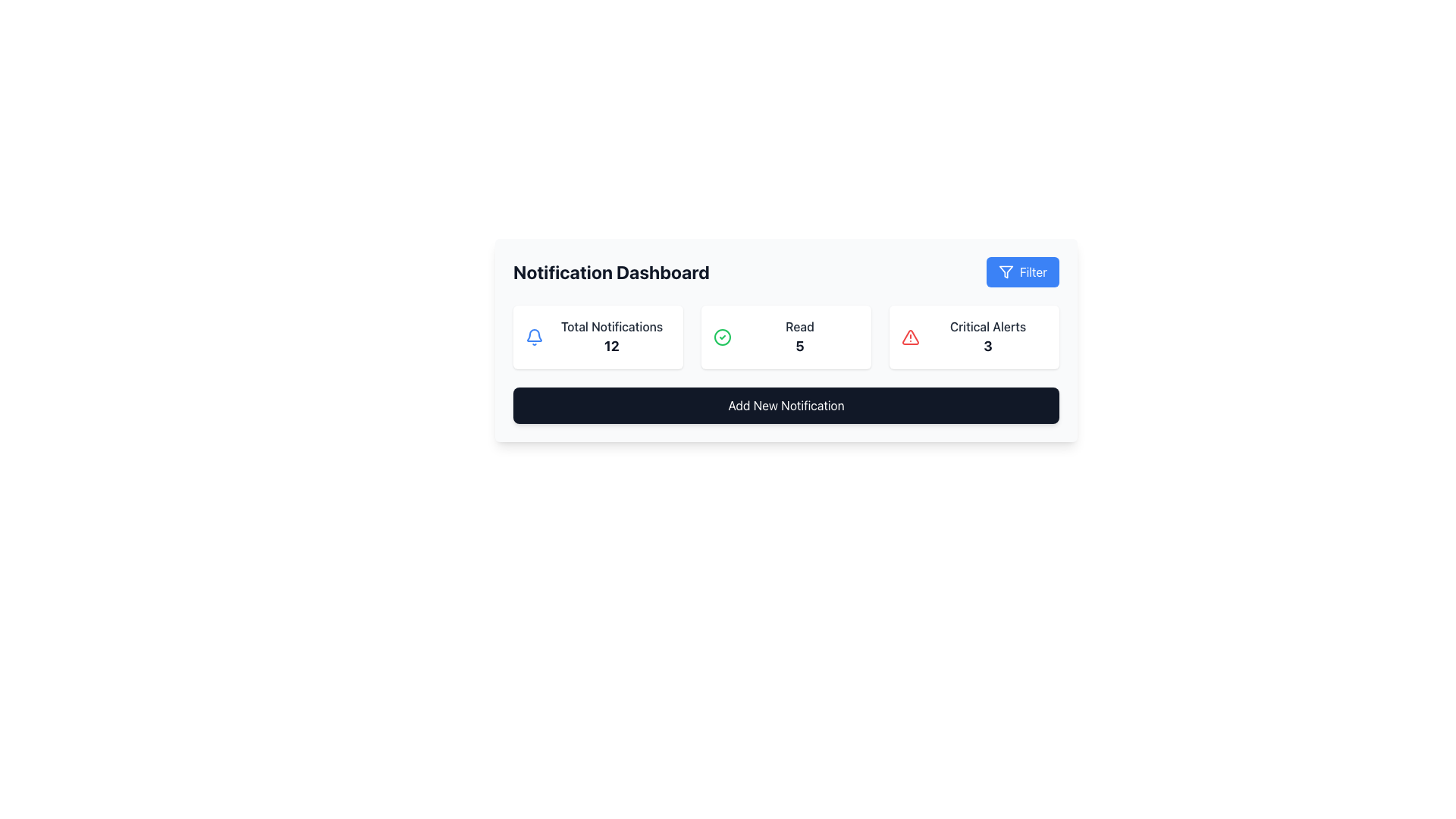  What do you see at coordinates (1022, 271) in the screenshot?
I see `the blue rectangular button with rounded edges labeled 'Filter'` at bounding box center [1022, 271].